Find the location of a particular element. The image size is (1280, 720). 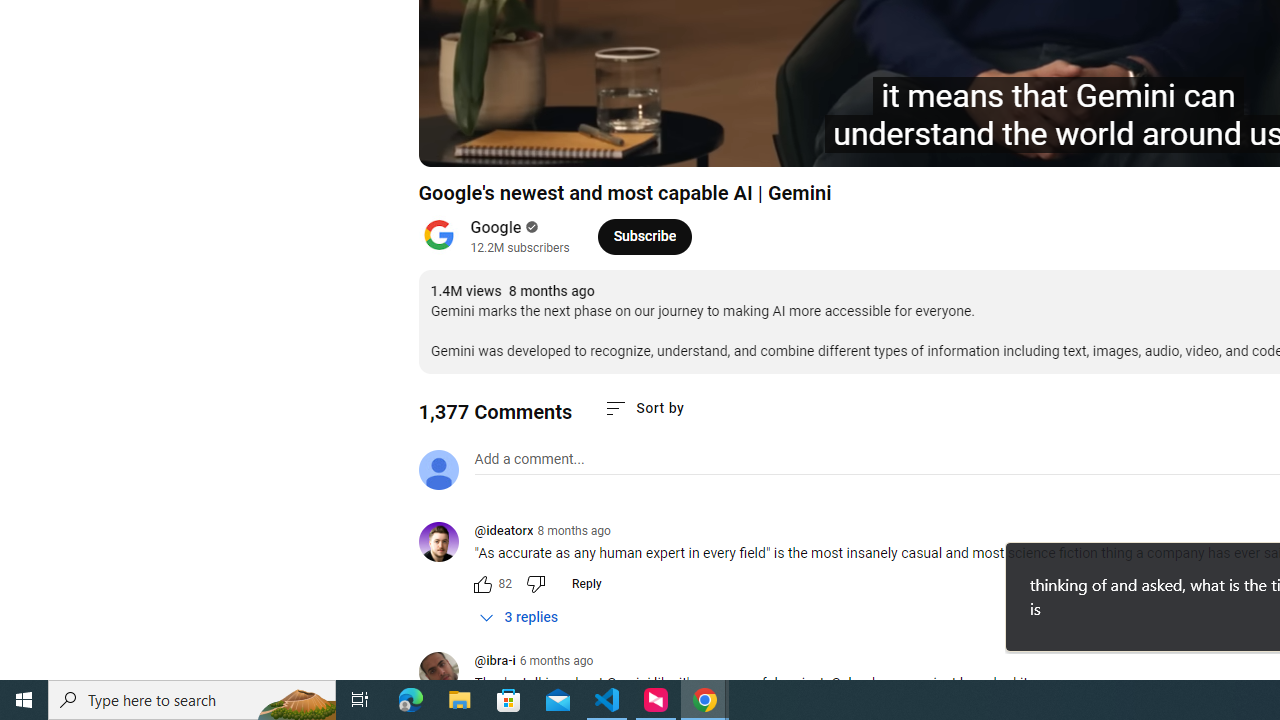

'Subscribe to Google.' is located at coordinates (644, 235).